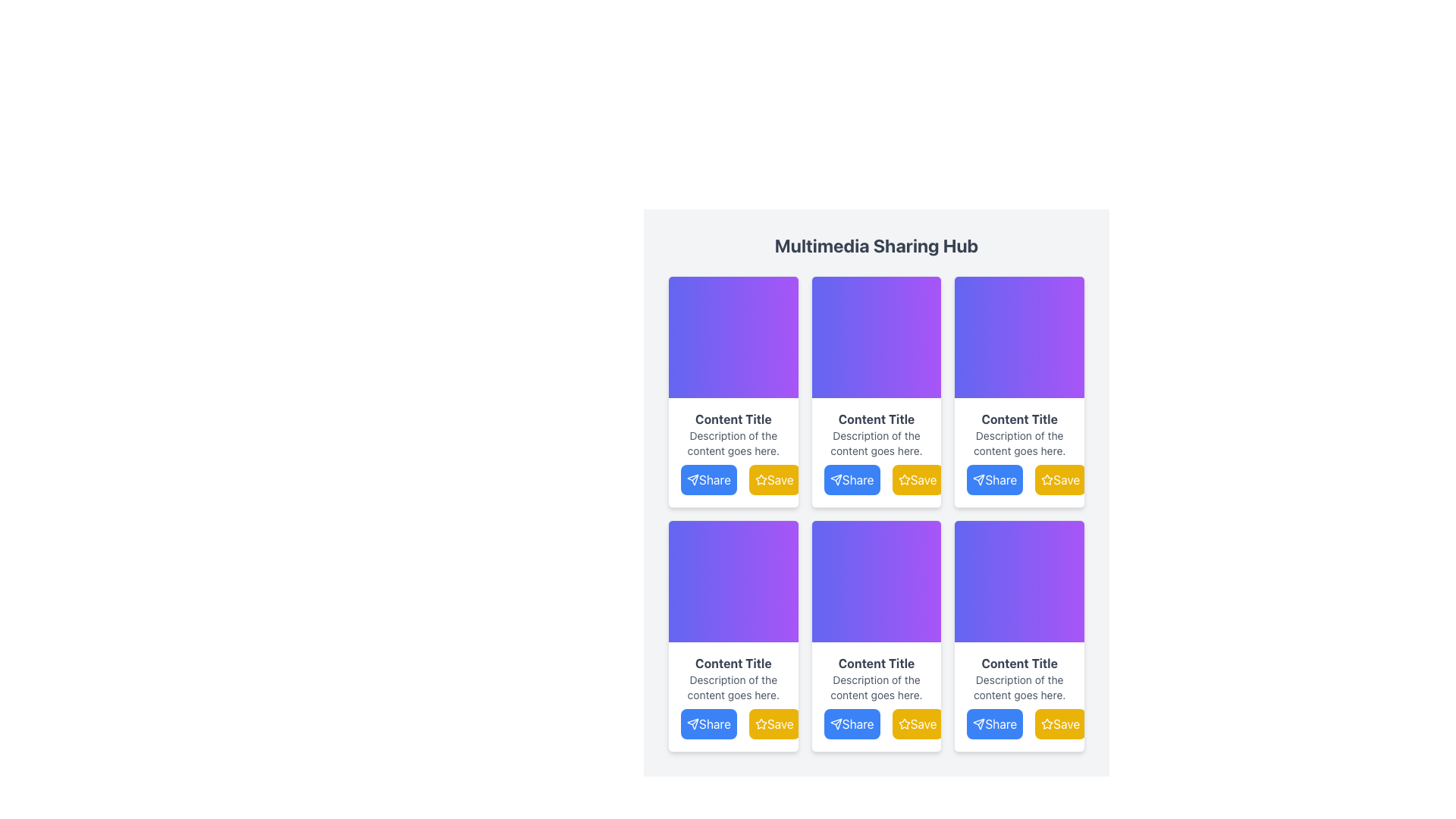 The width and height of the screenshot is (1456, 819). What do you see at coordinates (979, 723) in the screenshot?
I see `the 'Send' icon located as part of the 'Share' button beneath the content card in the bottom-right corner of the interface to engage the share function` at bounding box center [979, 723].